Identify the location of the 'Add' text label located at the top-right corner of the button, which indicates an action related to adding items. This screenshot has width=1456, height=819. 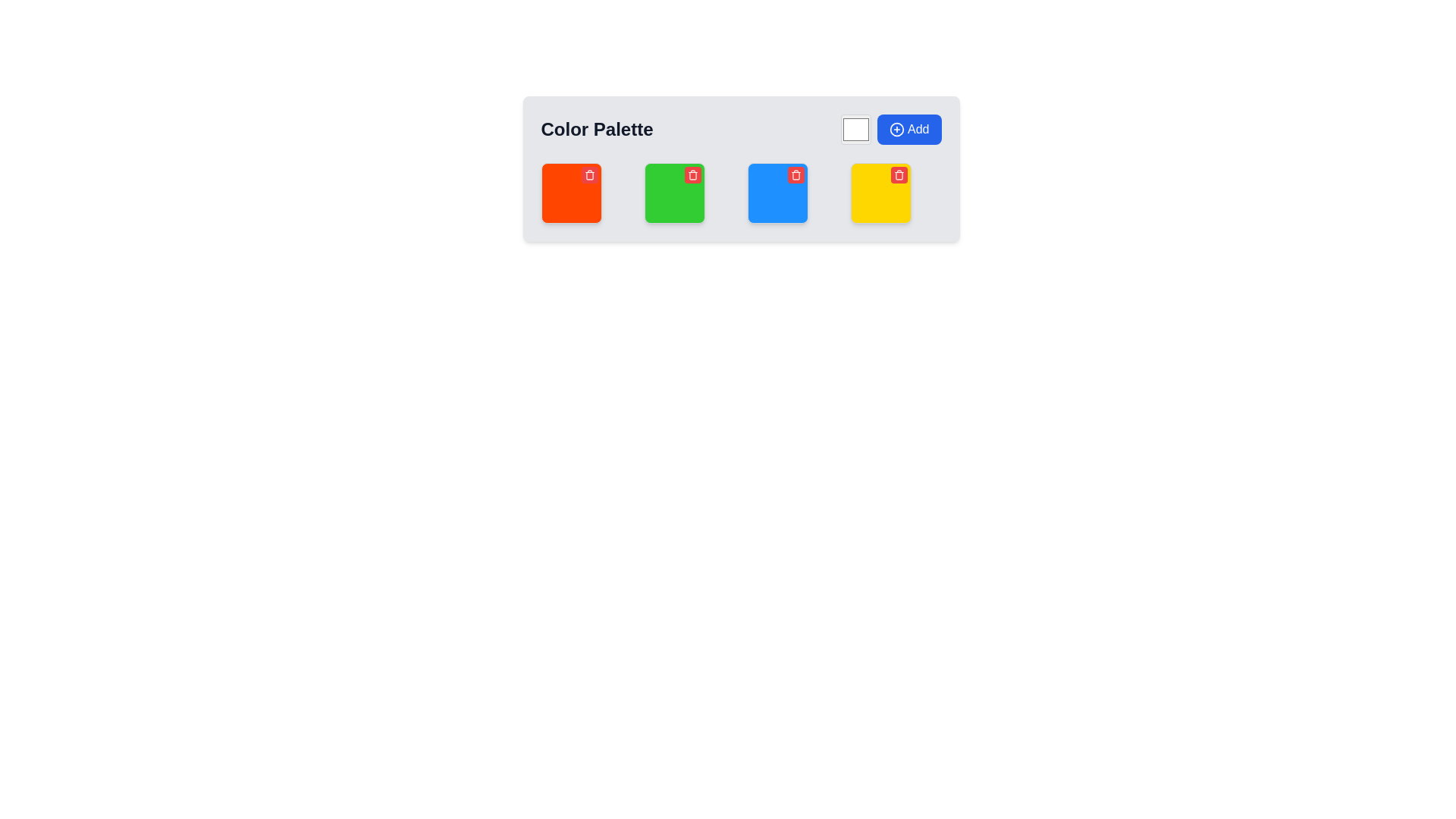
(918, 128).